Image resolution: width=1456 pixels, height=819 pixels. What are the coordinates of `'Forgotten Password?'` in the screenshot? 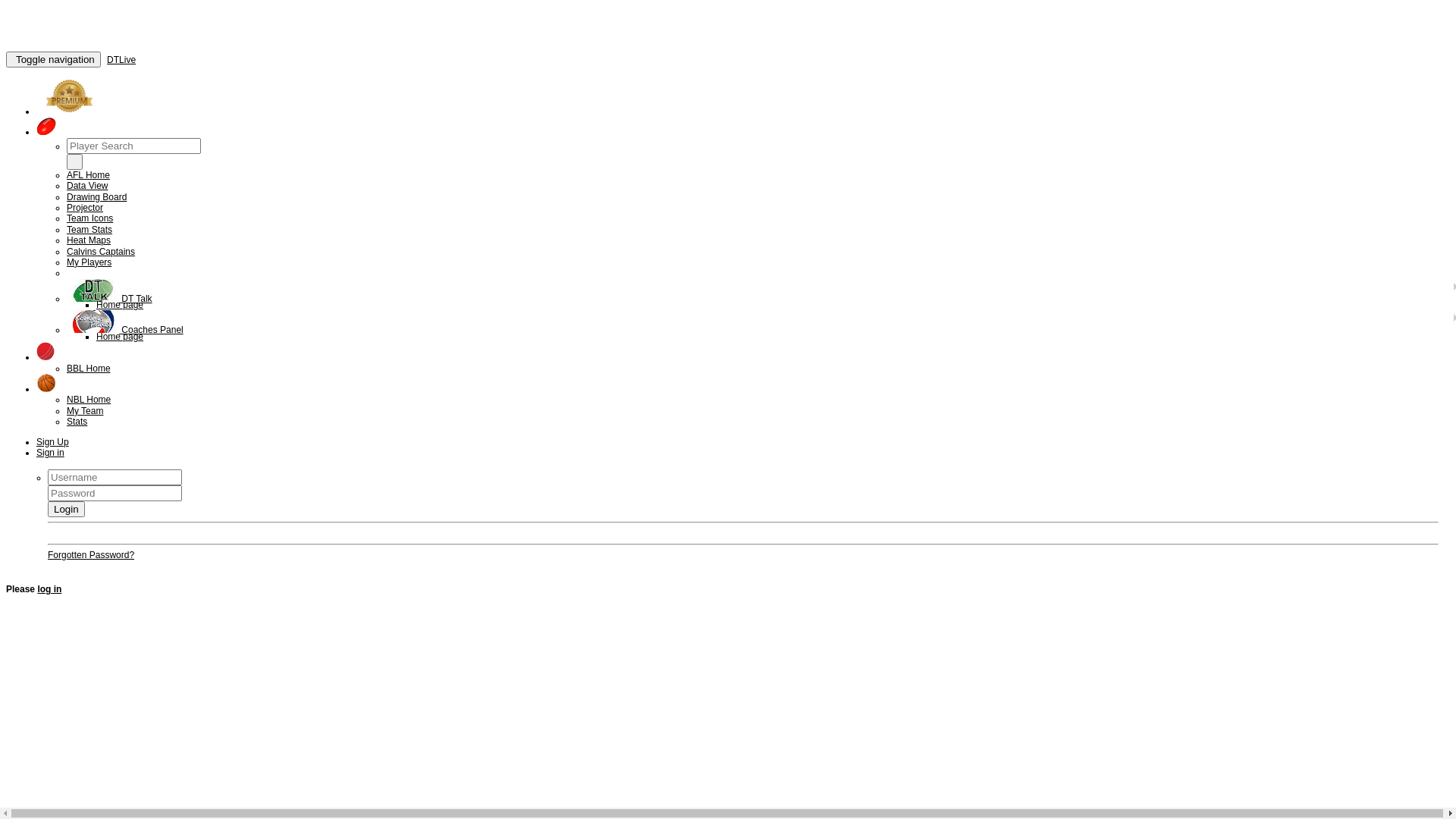 It's located at (47, 555).